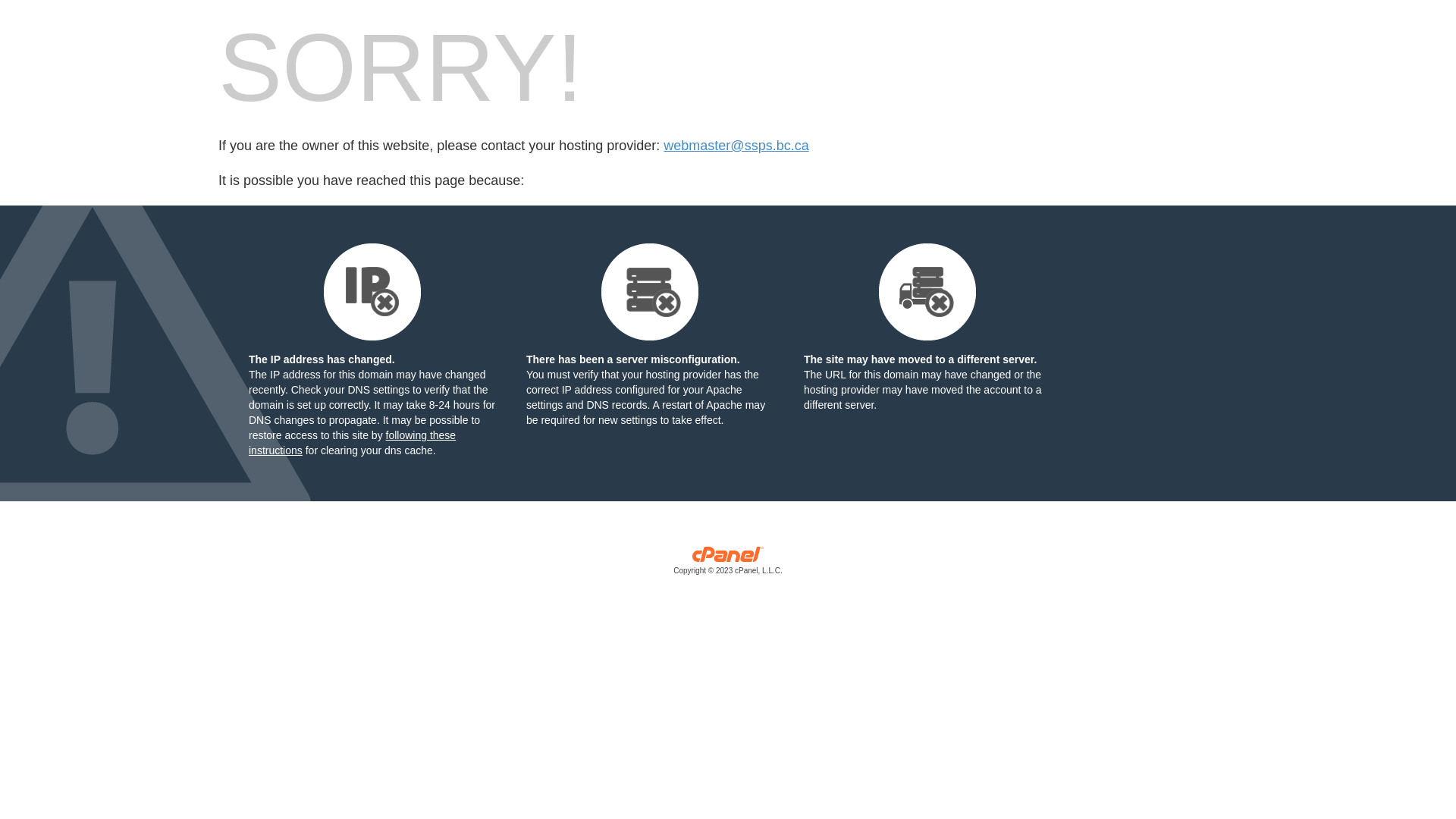 The width and height of the screenshot is (1456, 819). What do you see at coordinates (736, 146) in the screenshot?
I see `'webmaster@ssps.bc.ca'` at bounding box center [736, 146].